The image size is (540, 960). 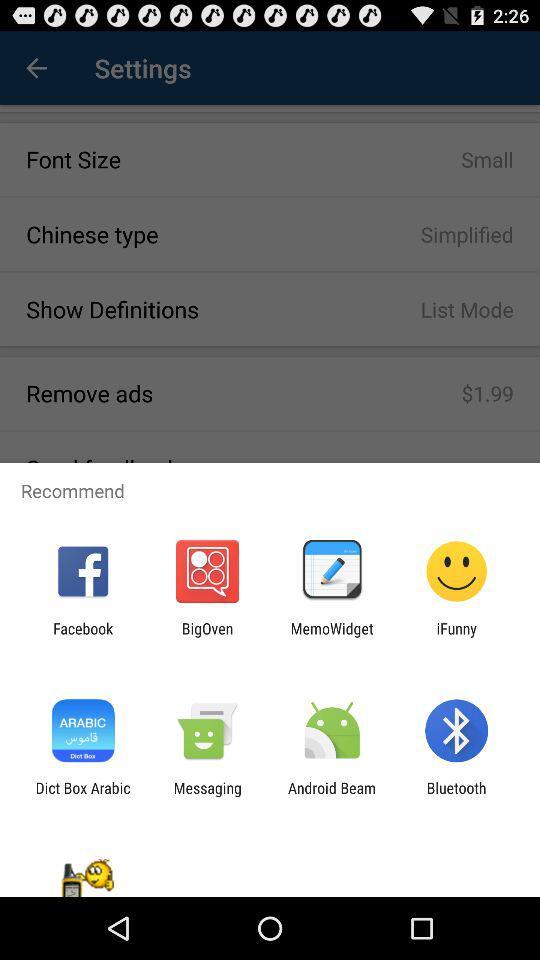 I want to click on icon next to bigoven, so click(x=82, y=636).